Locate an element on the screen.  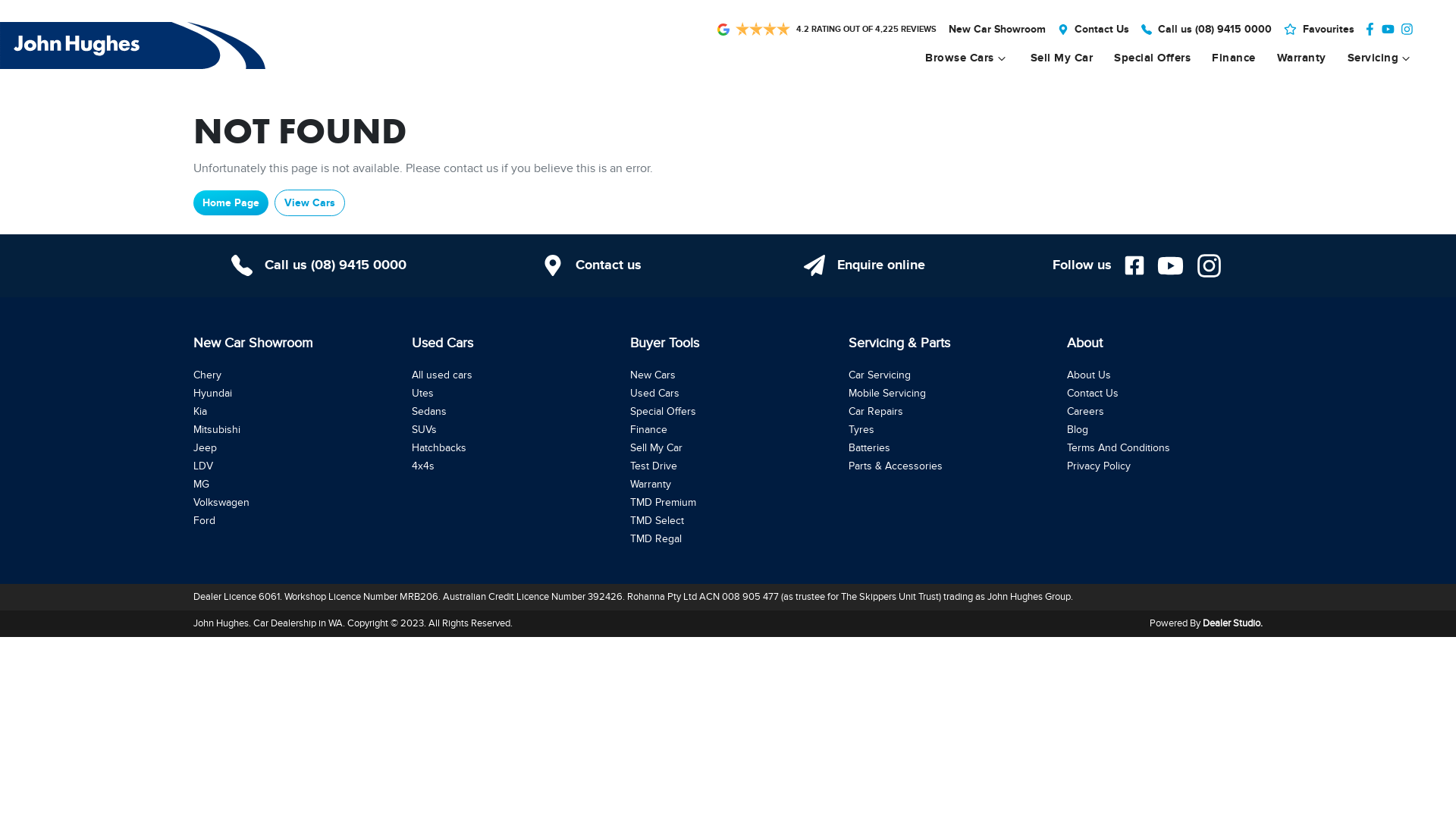
'Tyres' is located at coordinates (861, 429).